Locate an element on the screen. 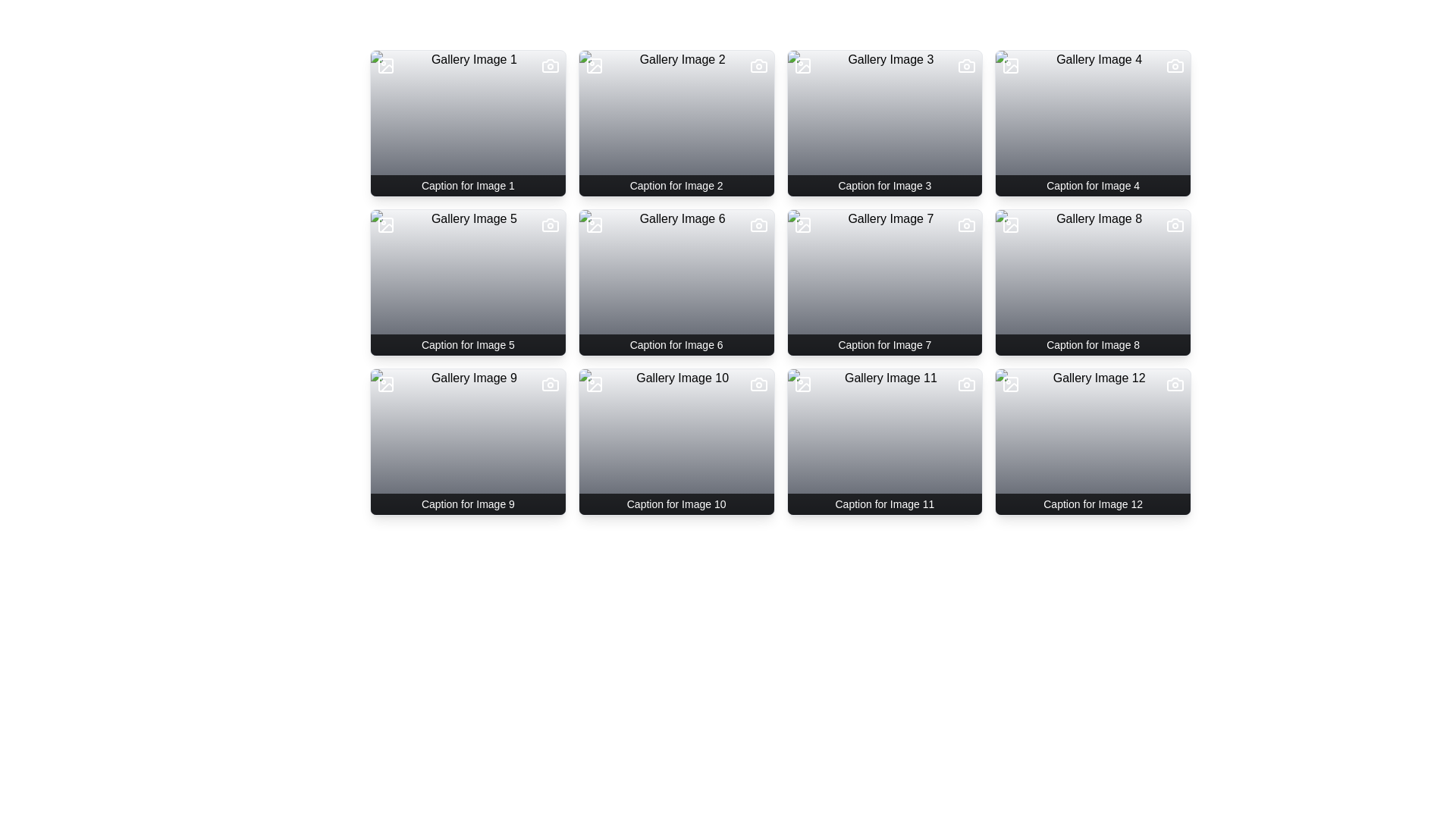 This screenshot has height=819, width=1456. the camera icon located at the top-right corner of the second card titled 'Gallery Image 2', which represents functionality related to photography or images is located at coordinates (758, 65).